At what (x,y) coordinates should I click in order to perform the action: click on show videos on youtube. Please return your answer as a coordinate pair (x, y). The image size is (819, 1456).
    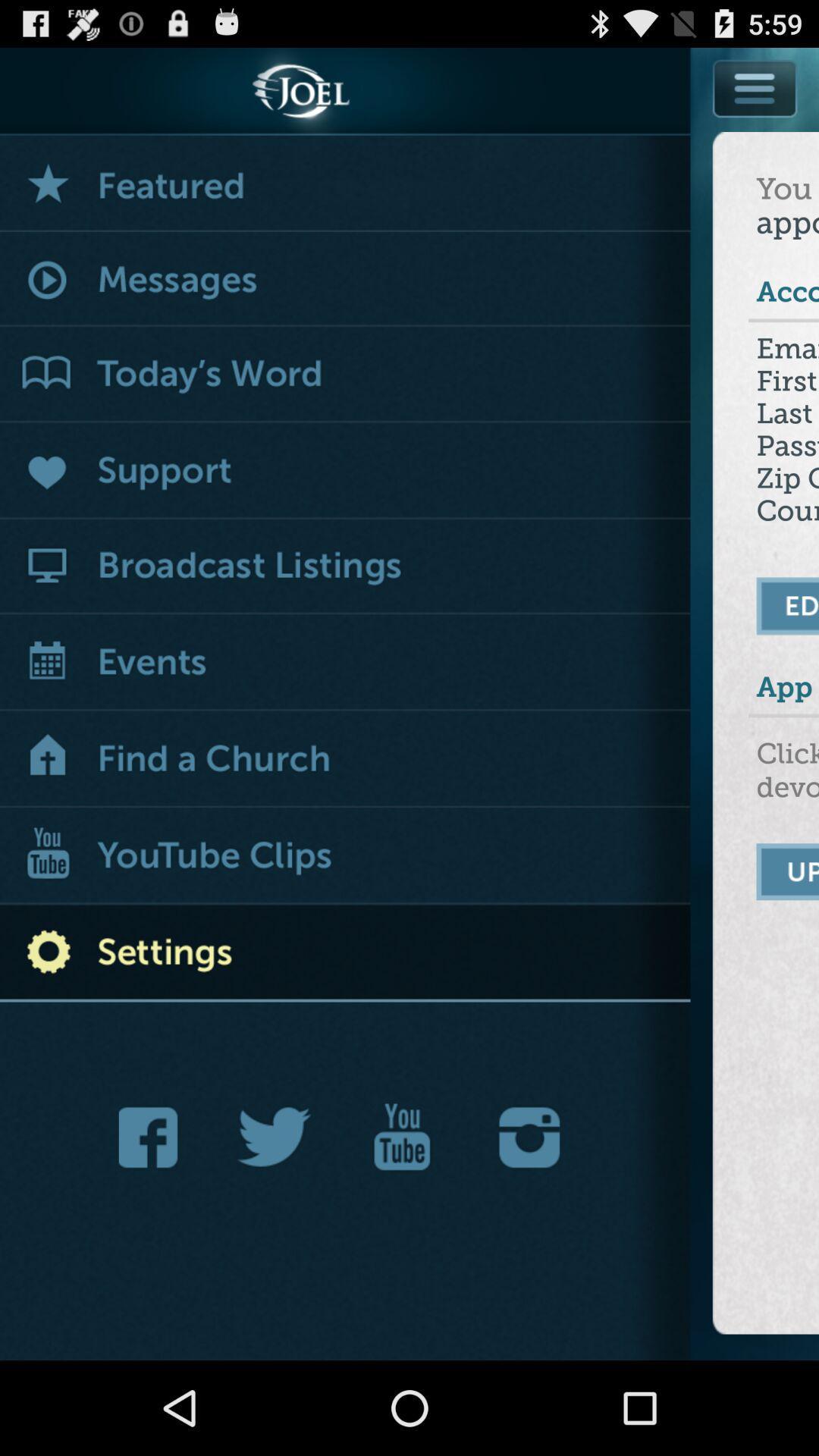
    Looking at the image, I should click on (345, 857).